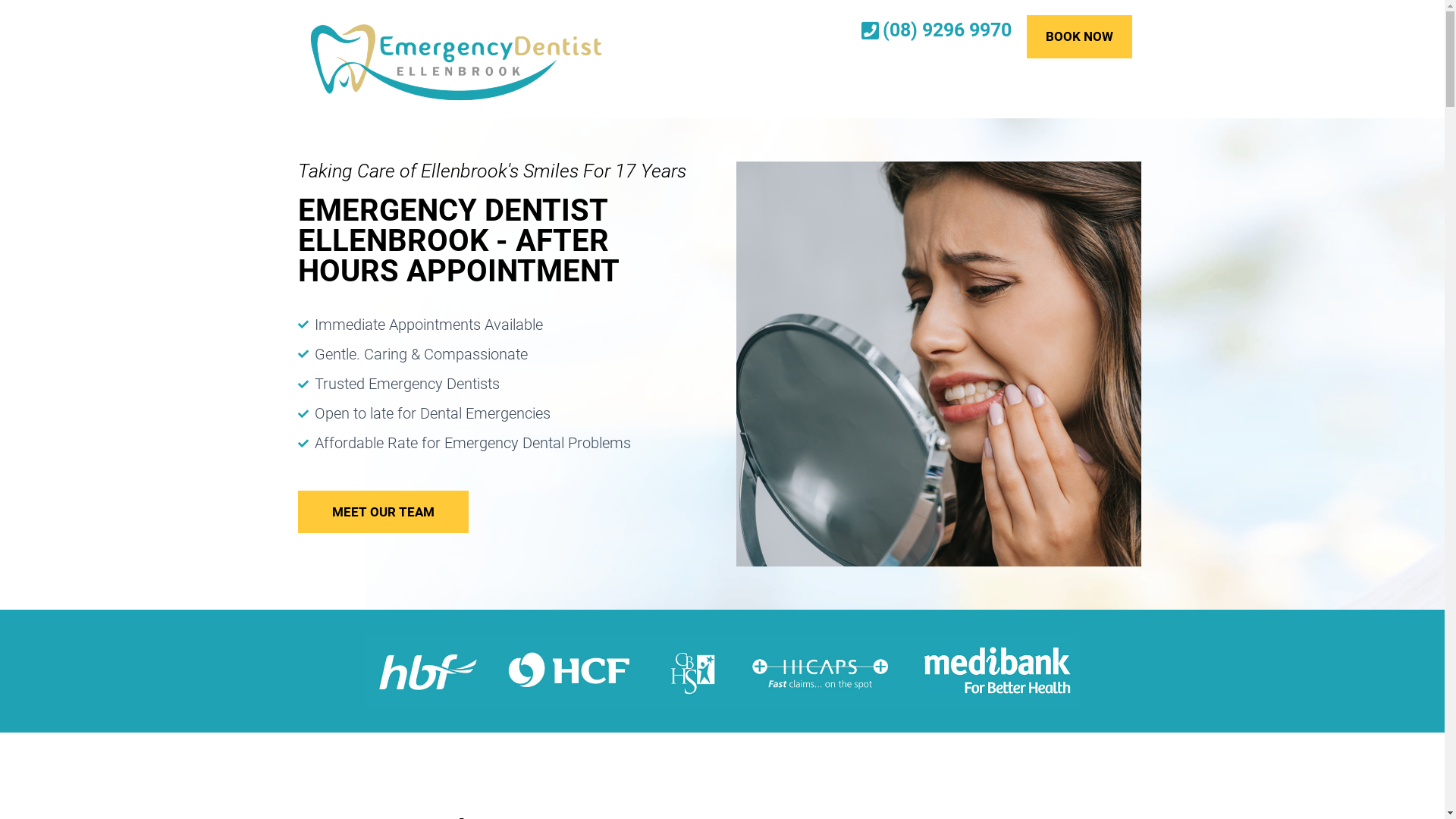  What do you see at coordinates (297, 512) in the screenshot?
I see `'MEET OUR TEAM'` at bounding box center [297, 512].